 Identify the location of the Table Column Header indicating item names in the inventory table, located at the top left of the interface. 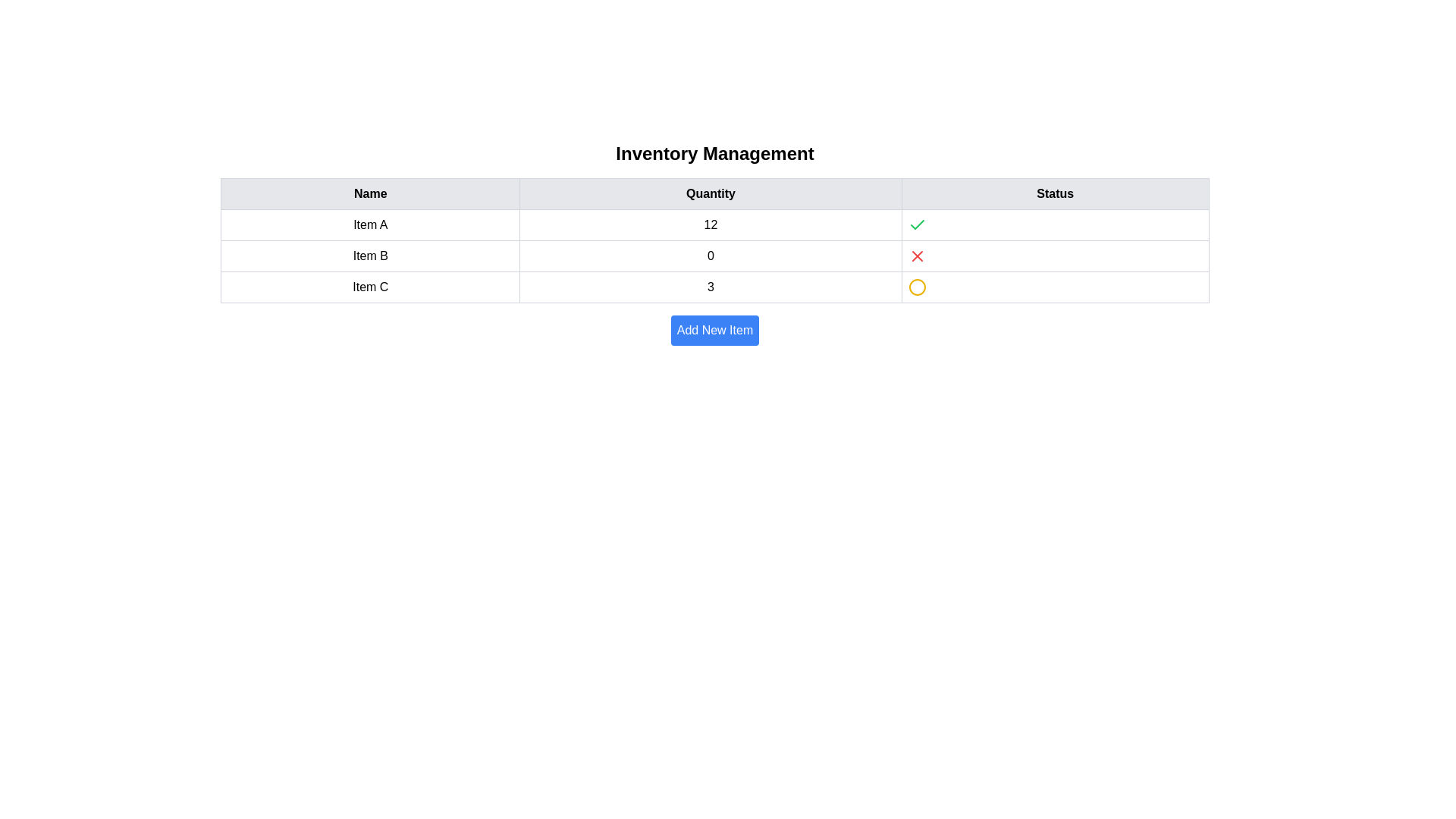
(370, 193).